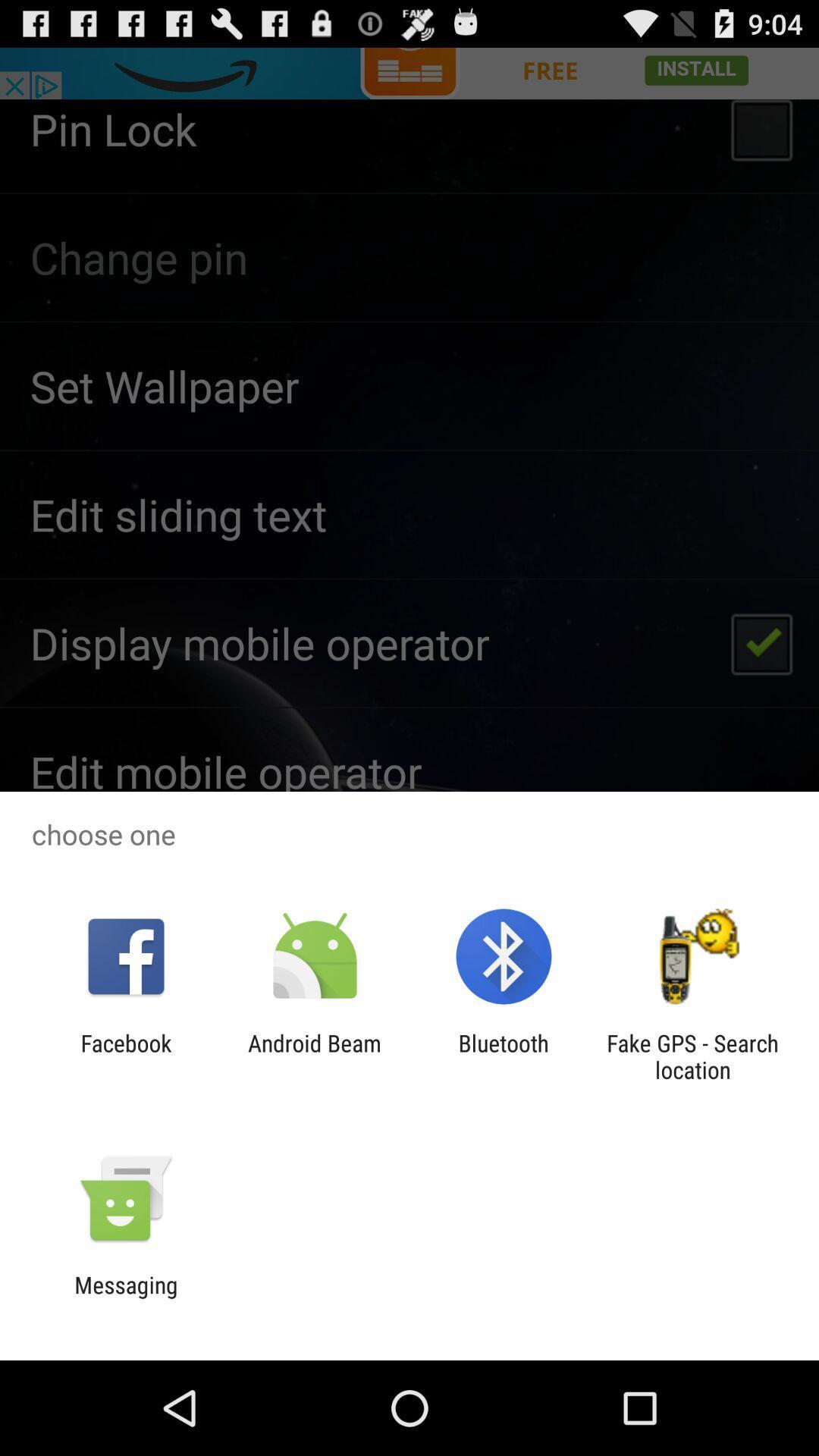  What do you see at coordinates (125, 1298) in the screenshot?
I see `messaging` at bounding box center [125, 1298].